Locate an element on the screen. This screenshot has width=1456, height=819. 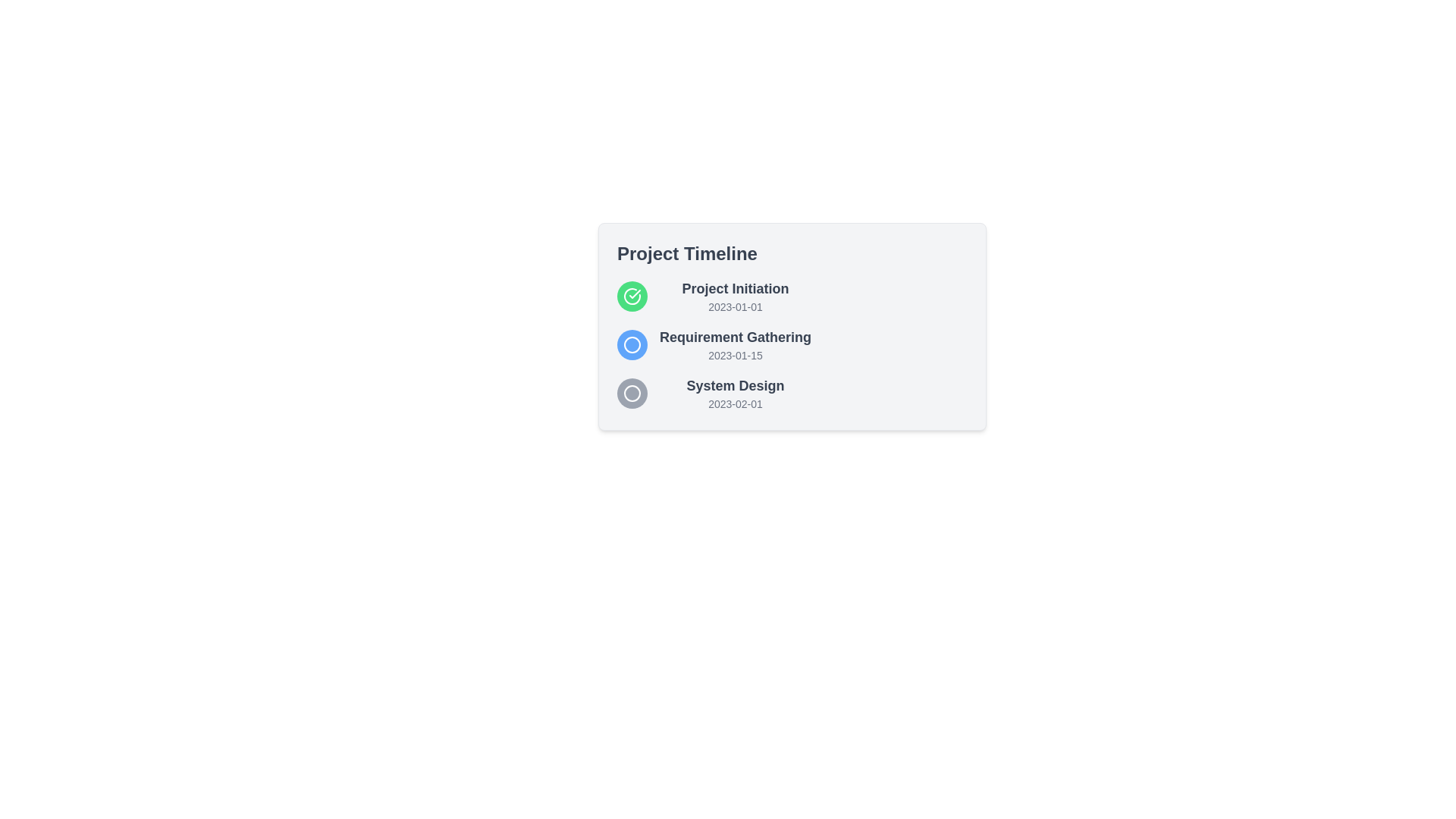
the circular icon in the 'Project Timeline' section, which is the second icon in a vertical sequence and is positioned next to the 'Requirement Gathering' text is located at coordinates (632, 345).